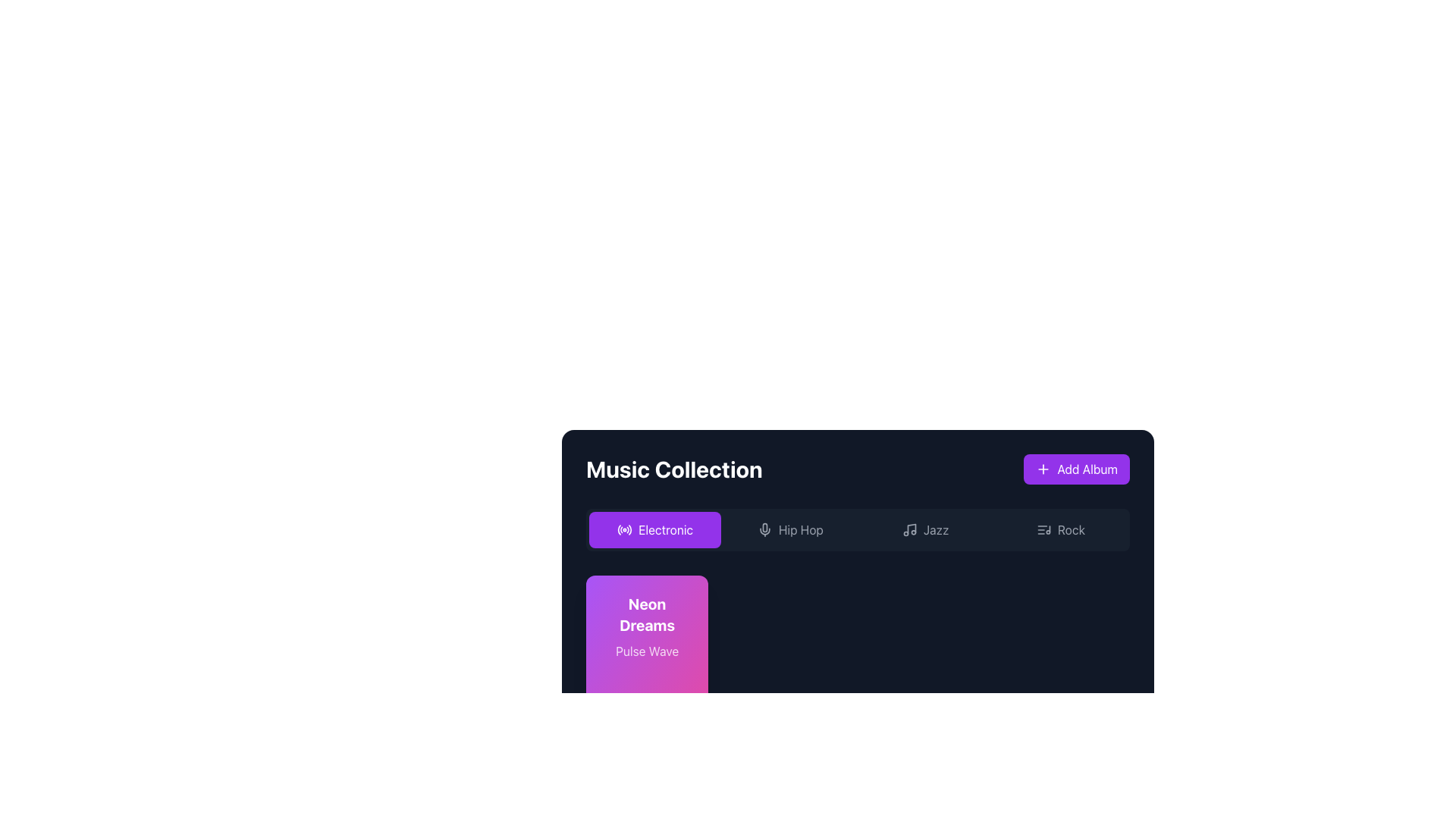 The image size is (1456, 819). What do you see at coordinates (910, 529) in the screenshot?
I see `the musical note icon inside the 'Jazz' button` at bounding box center [910, 529].